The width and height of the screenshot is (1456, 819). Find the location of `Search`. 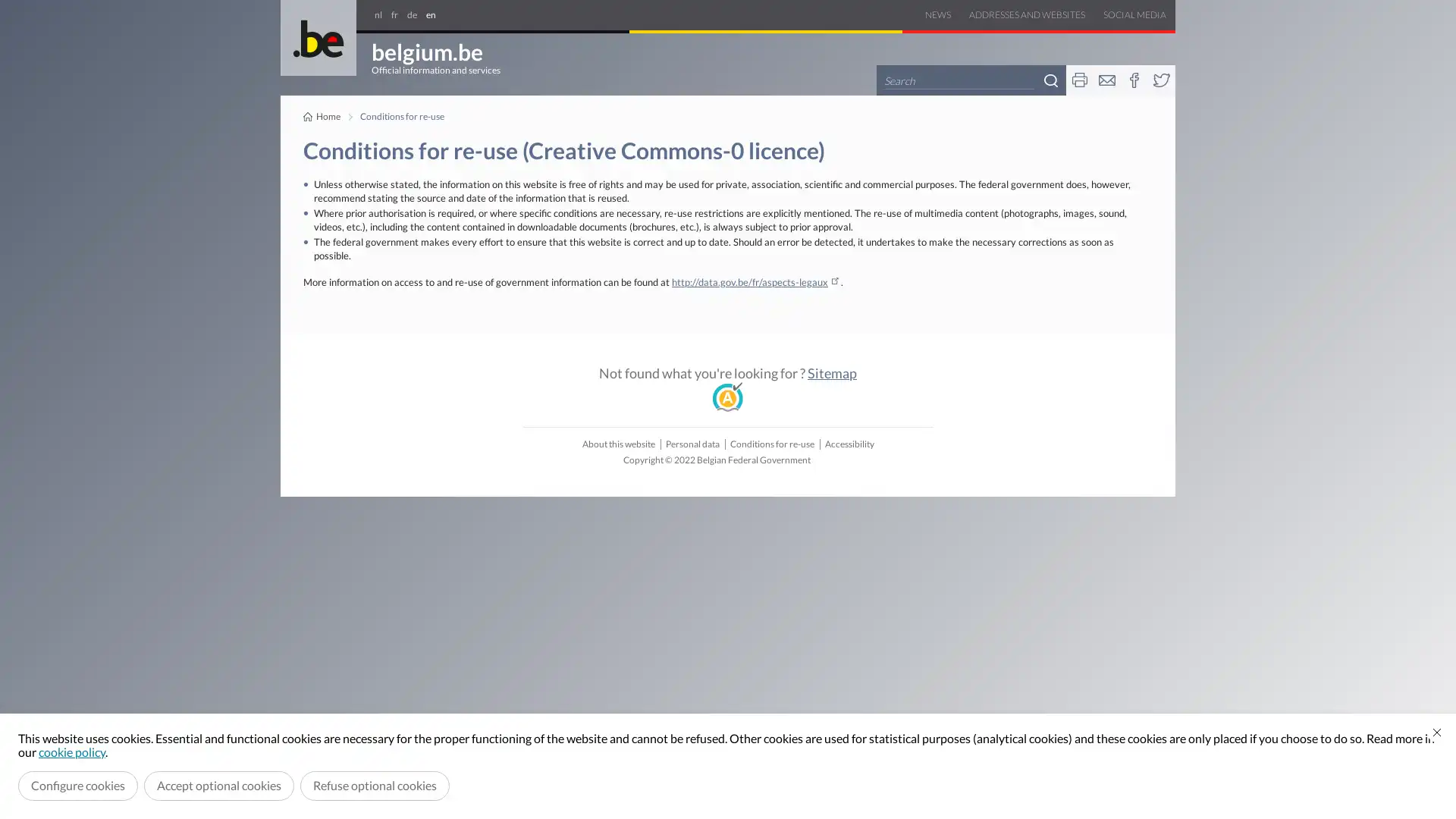

Search is located at coordinates (1050, 80).